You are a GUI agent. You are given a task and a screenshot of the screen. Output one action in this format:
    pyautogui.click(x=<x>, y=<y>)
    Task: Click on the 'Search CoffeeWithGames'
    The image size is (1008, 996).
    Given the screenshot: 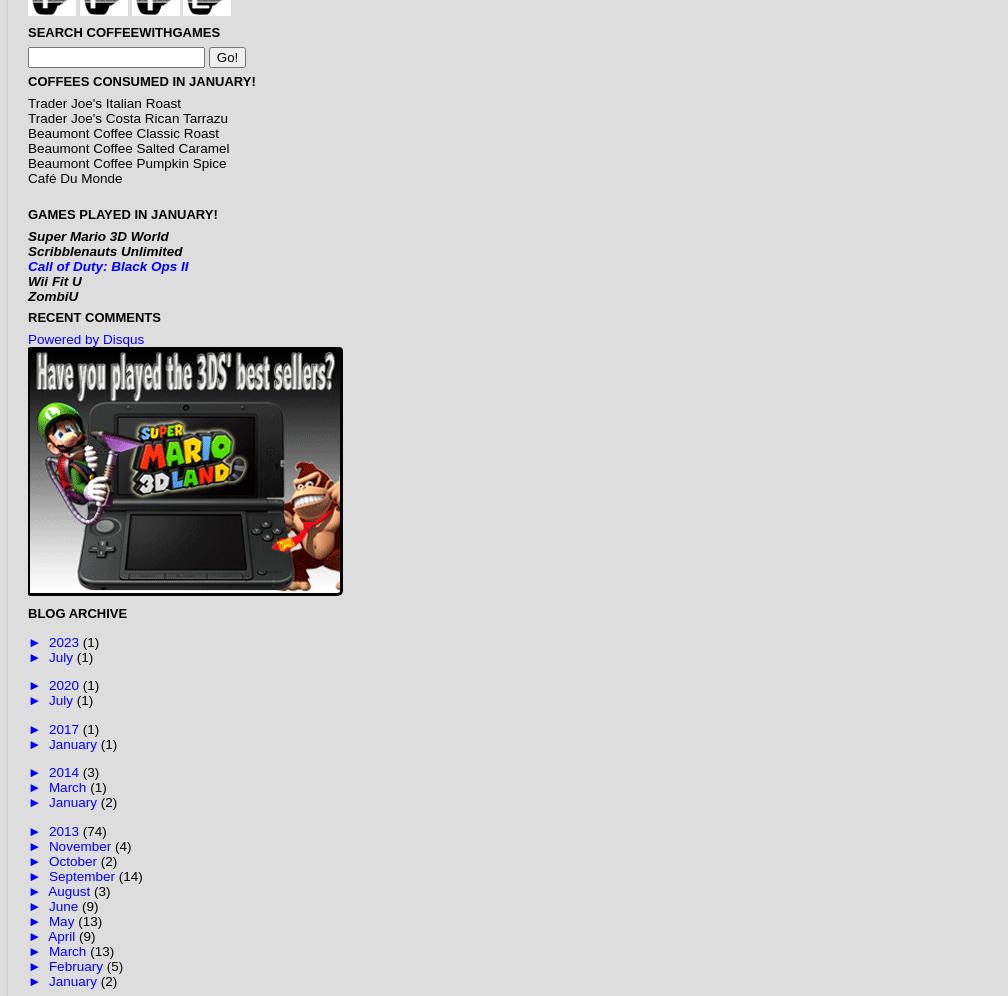 What is the action you would take?
    pyautogui.click(x=28, y=32)
    